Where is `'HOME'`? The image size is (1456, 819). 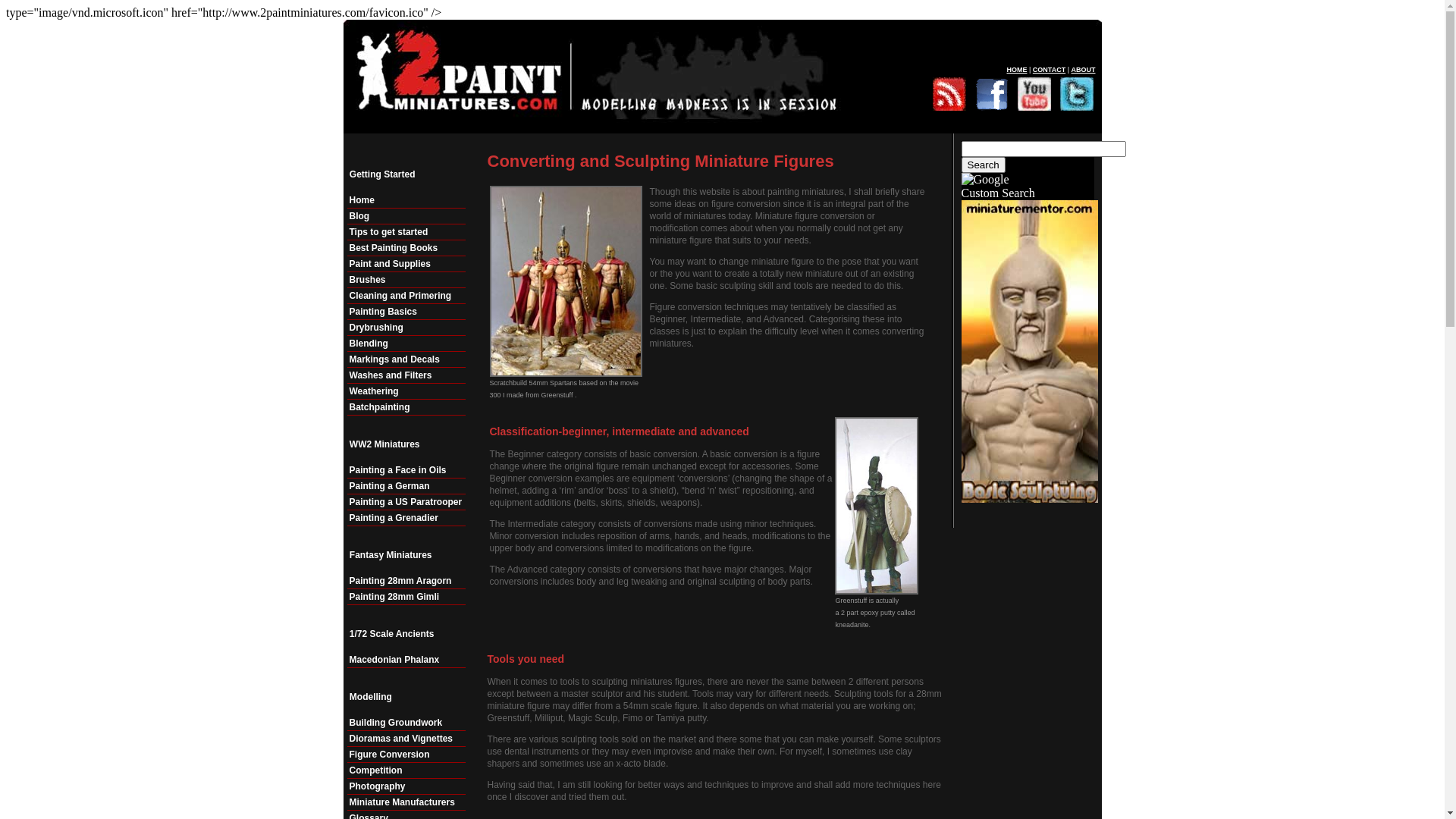
'HOME' is located at coordinates (1016, 70).